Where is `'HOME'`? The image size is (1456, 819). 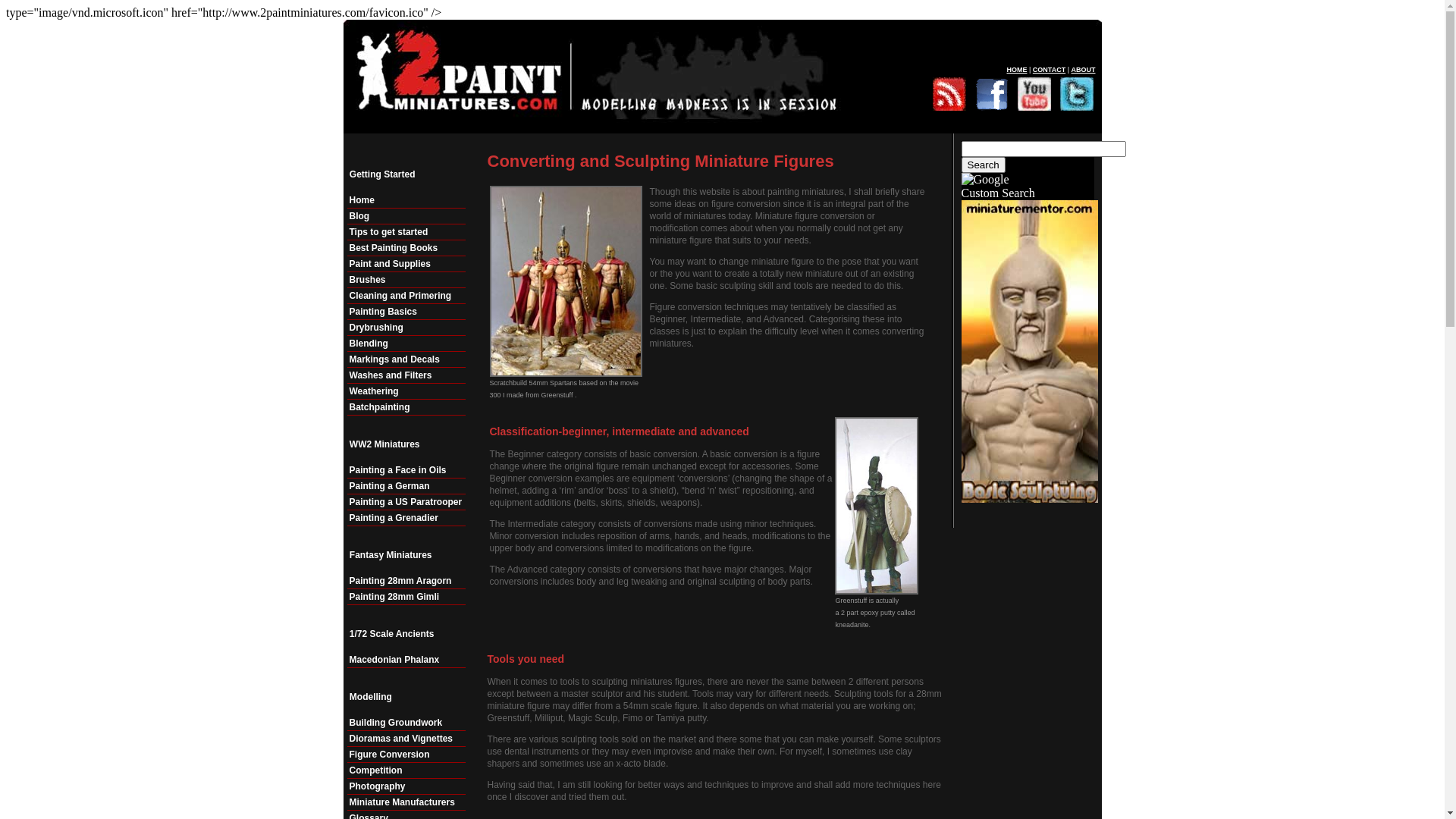
'HOME' is located at coordinates (1016, 70).